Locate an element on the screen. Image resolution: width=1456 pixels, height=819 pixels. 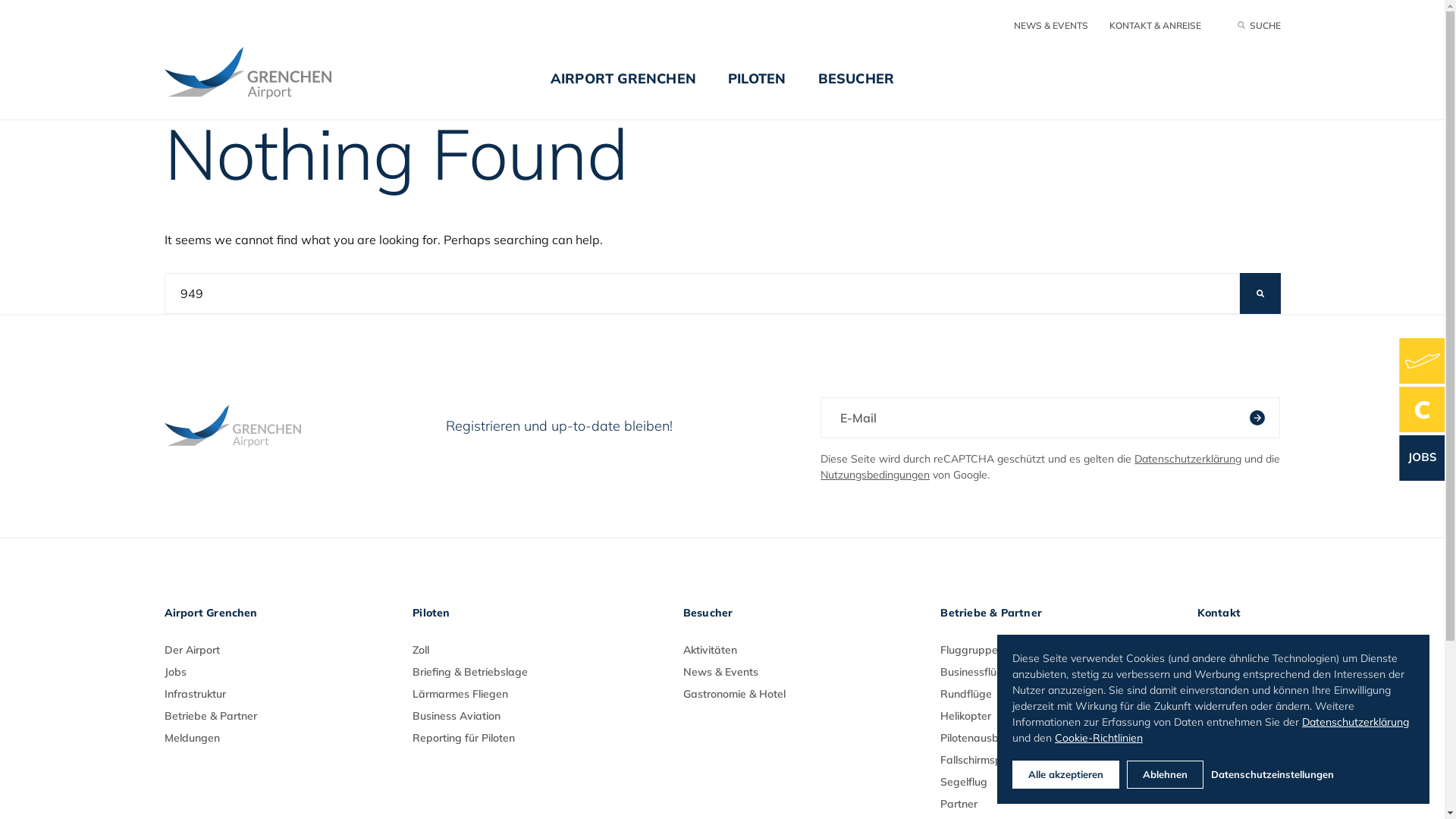
'Jobs' is located at coordinates (174, 671).